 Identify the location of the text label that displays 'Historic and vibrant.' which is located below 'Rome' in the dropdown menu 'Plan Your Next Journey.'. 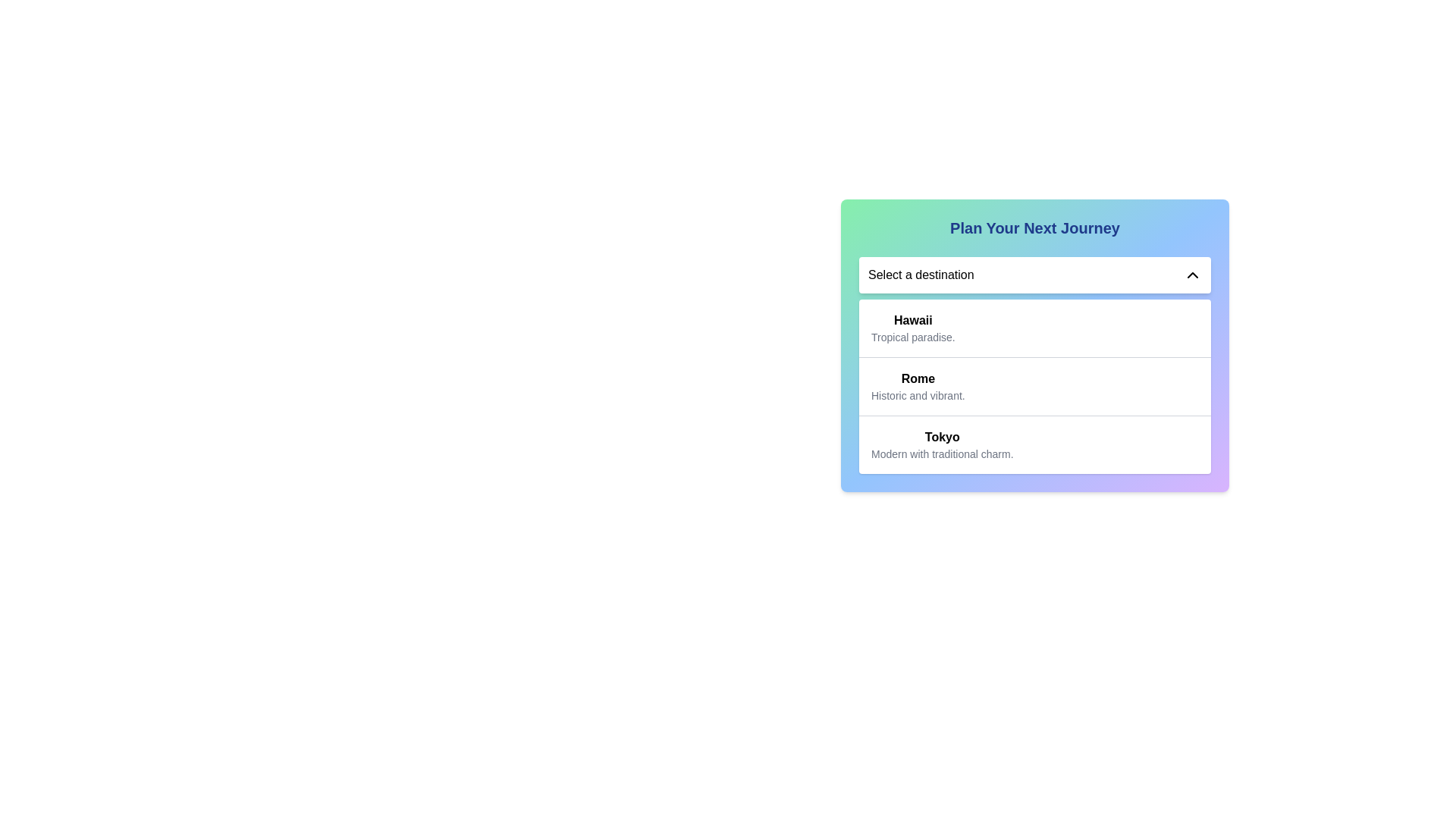
(917, 394).